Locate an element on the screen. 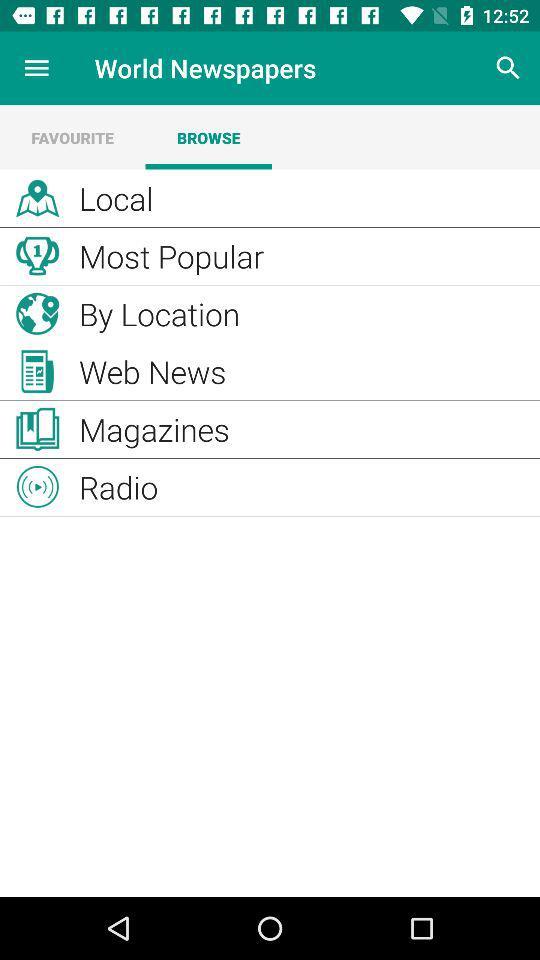  search news is located at coordinates (508, 68).